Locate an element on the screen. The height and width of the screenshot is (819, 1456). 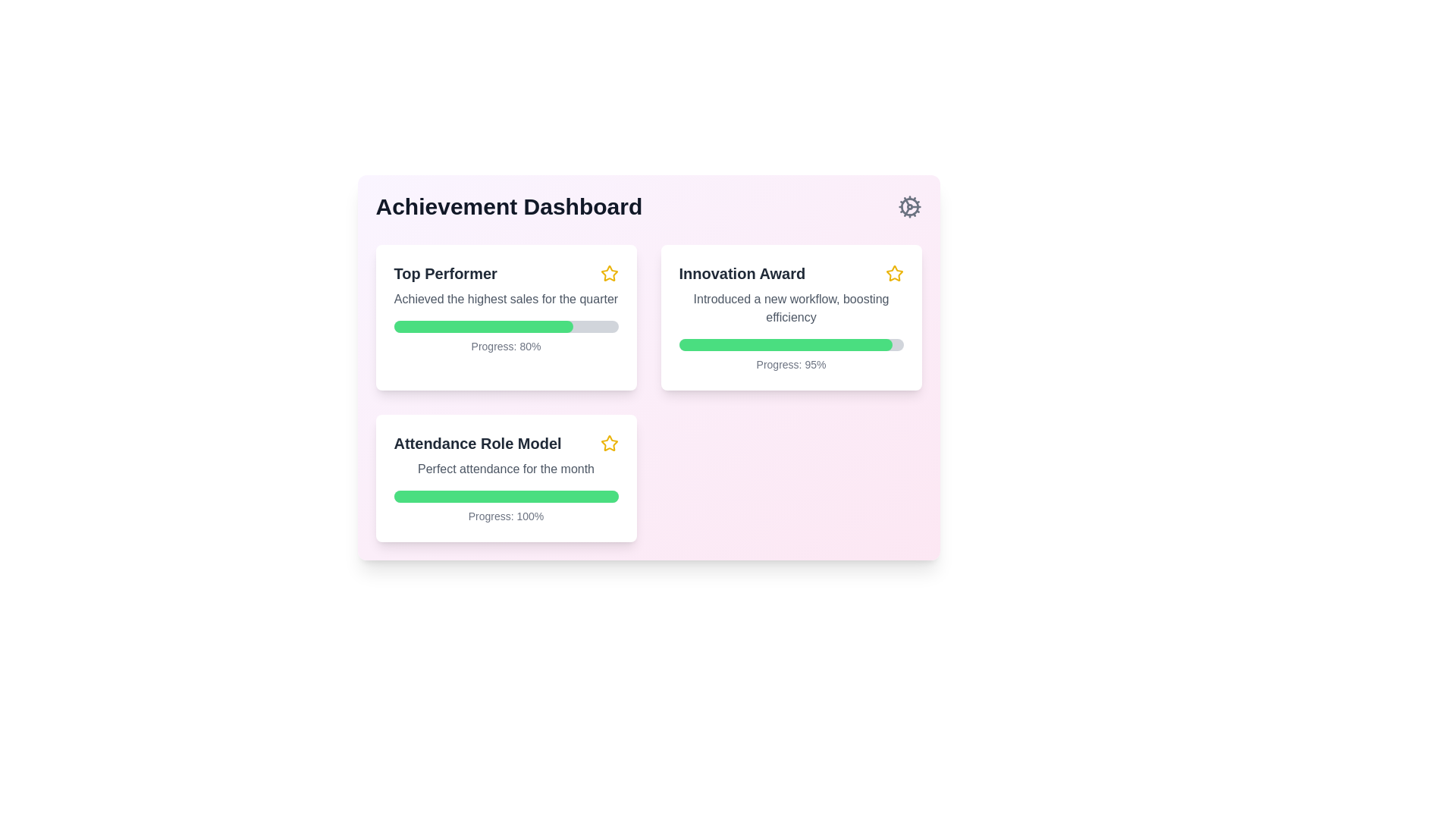
the Text Label that serves as the title for the card labeled 'Innovation Award', which is positioned in the top-left corner of the card is located at coordinates (742, 274).